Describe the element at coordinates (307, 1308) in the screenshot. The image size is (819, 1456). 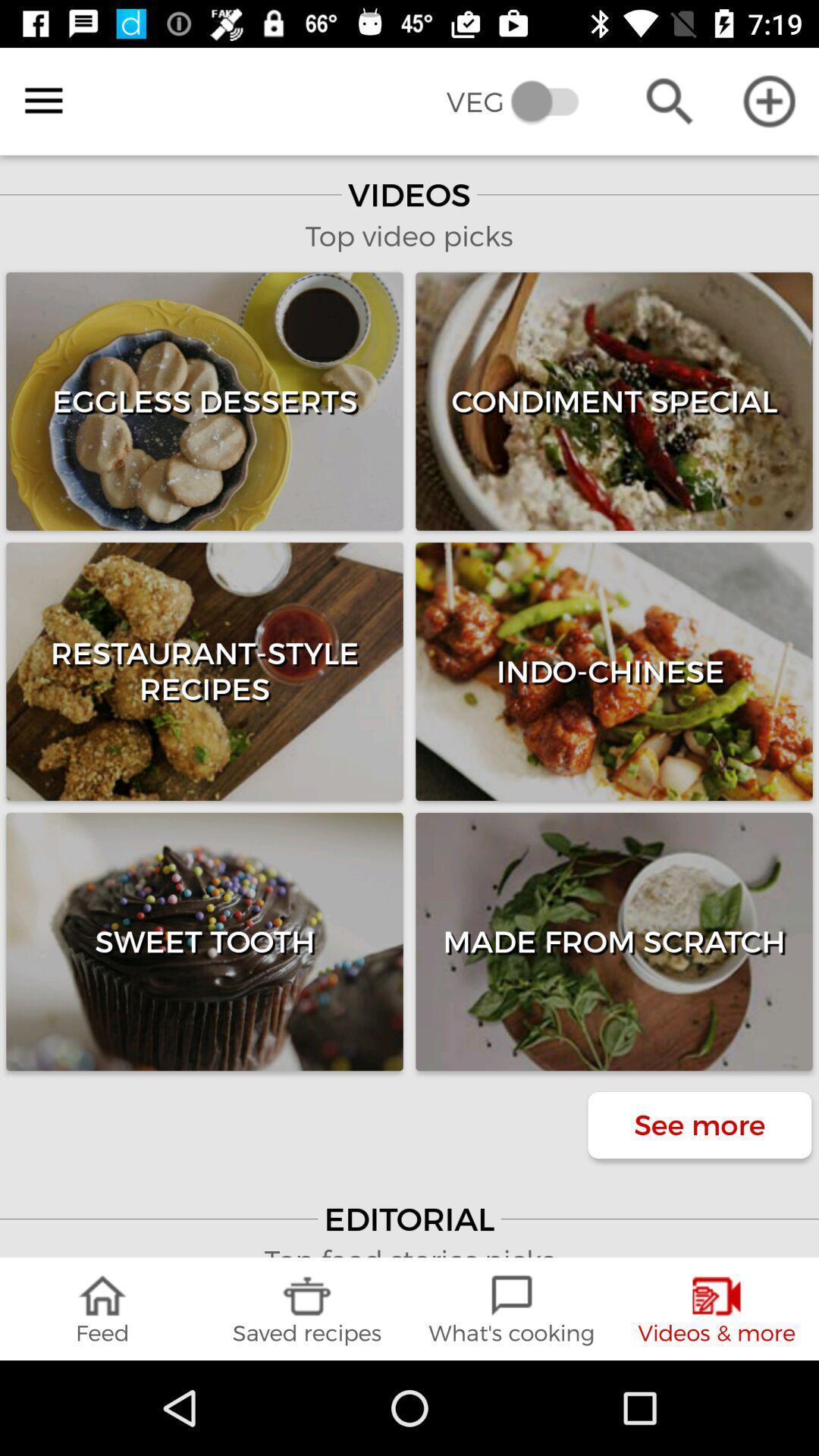
I see `the saved recipes icon` at that location.